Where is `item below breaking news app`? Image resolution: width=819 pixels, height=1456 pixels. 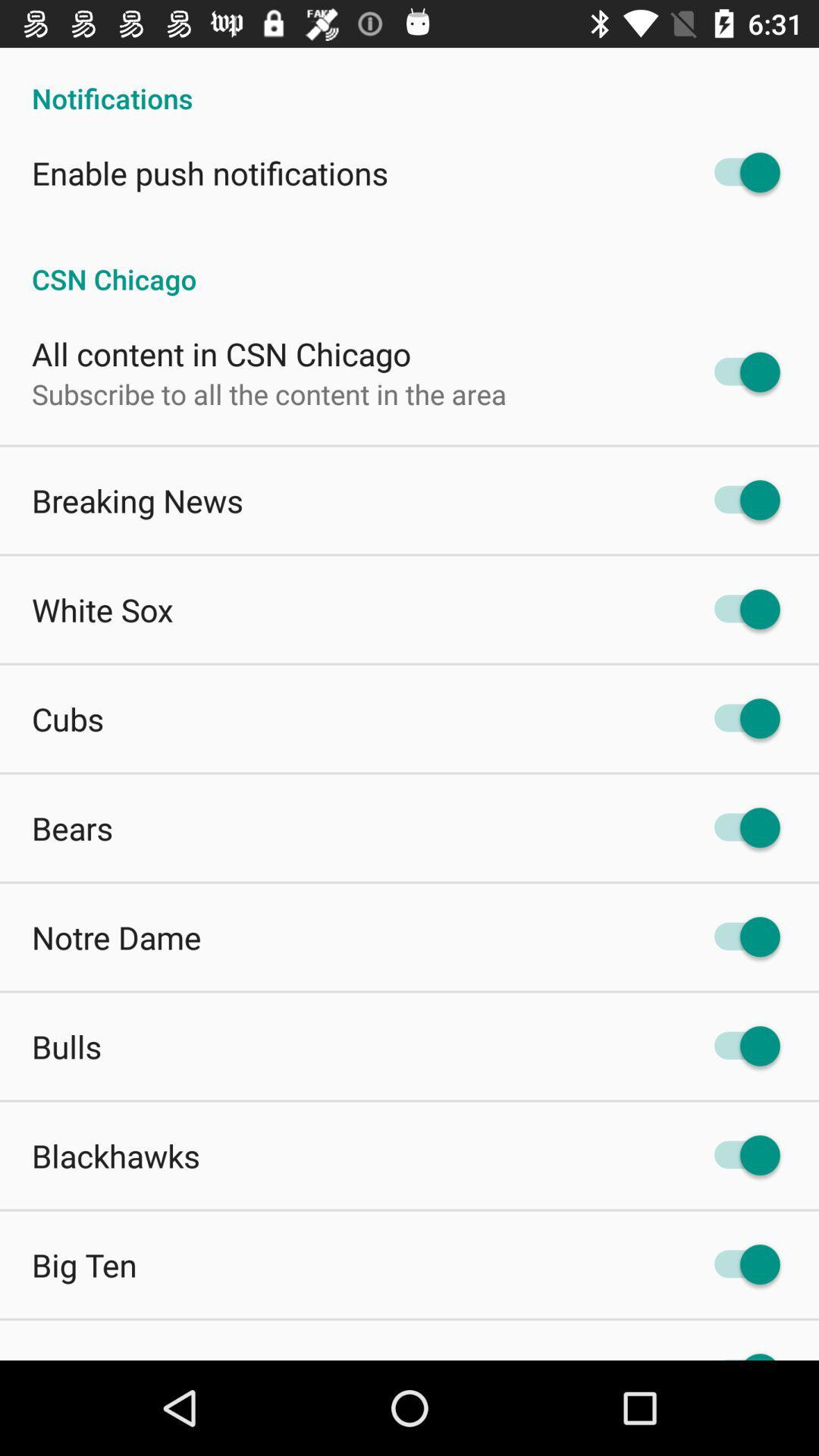 item below breaking news app is located at coordinates (102, 610).